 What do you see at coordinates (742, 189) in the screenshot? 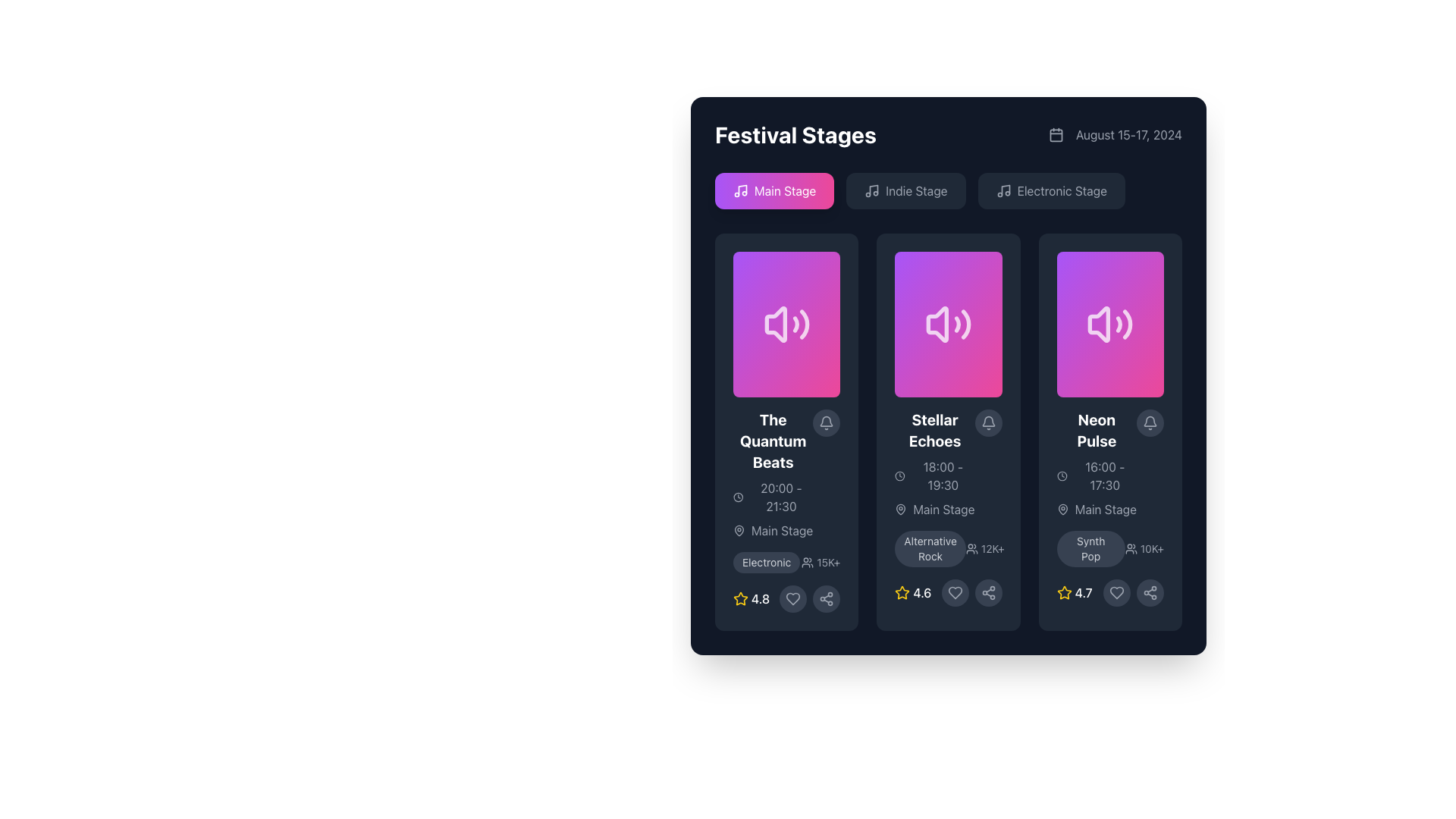
I see `the musical note icon within the SVG element located at the upper left of the 'Main Stage' button` at bounding box center [742, 189].